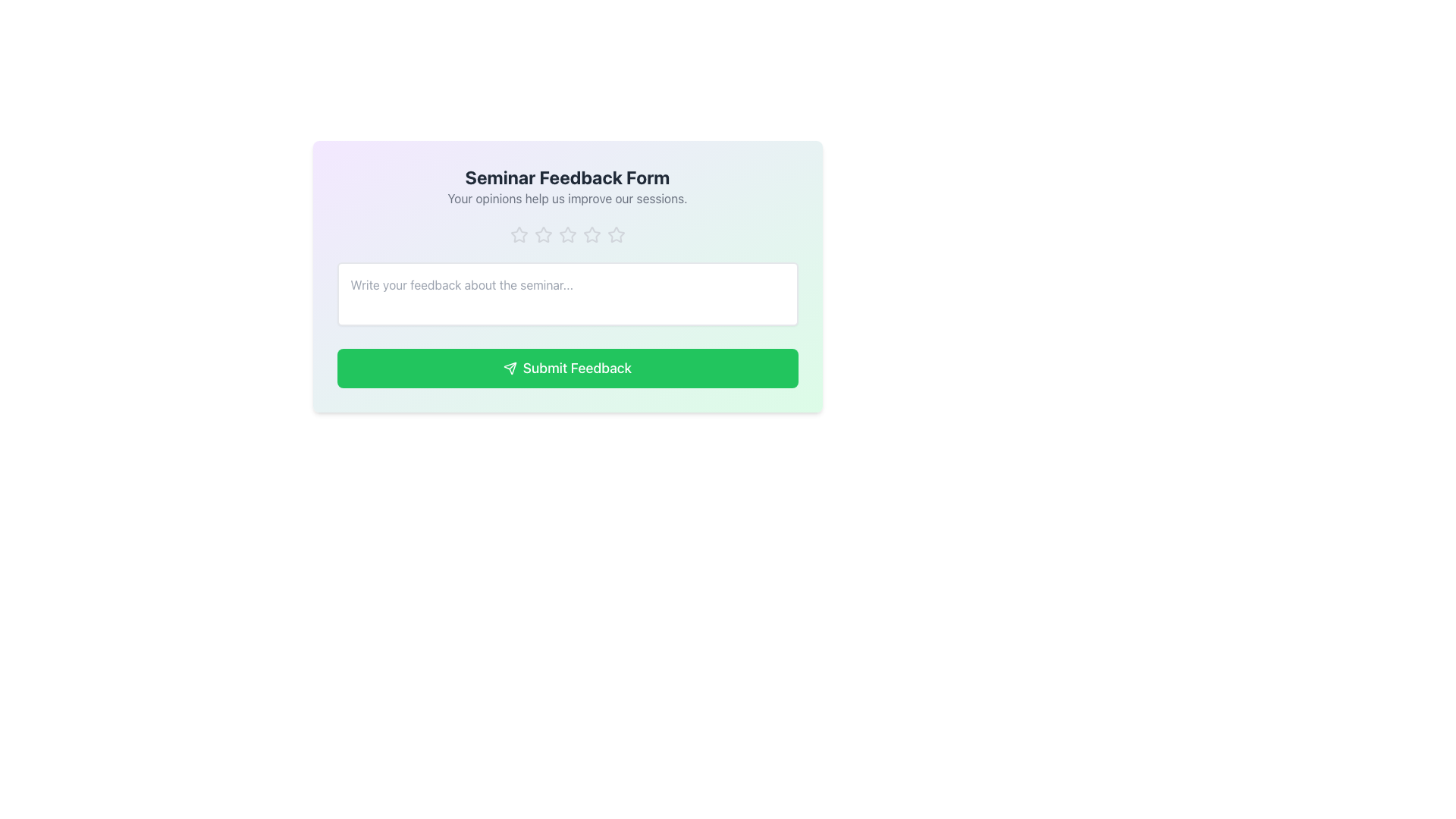 Image resolution: width=1456 pixels, height=819 pixels. Describe the element at coordinates (566, 234) in the screenshot. I see `the third star-shaped icon in the horizontal row of five stars` at that location.